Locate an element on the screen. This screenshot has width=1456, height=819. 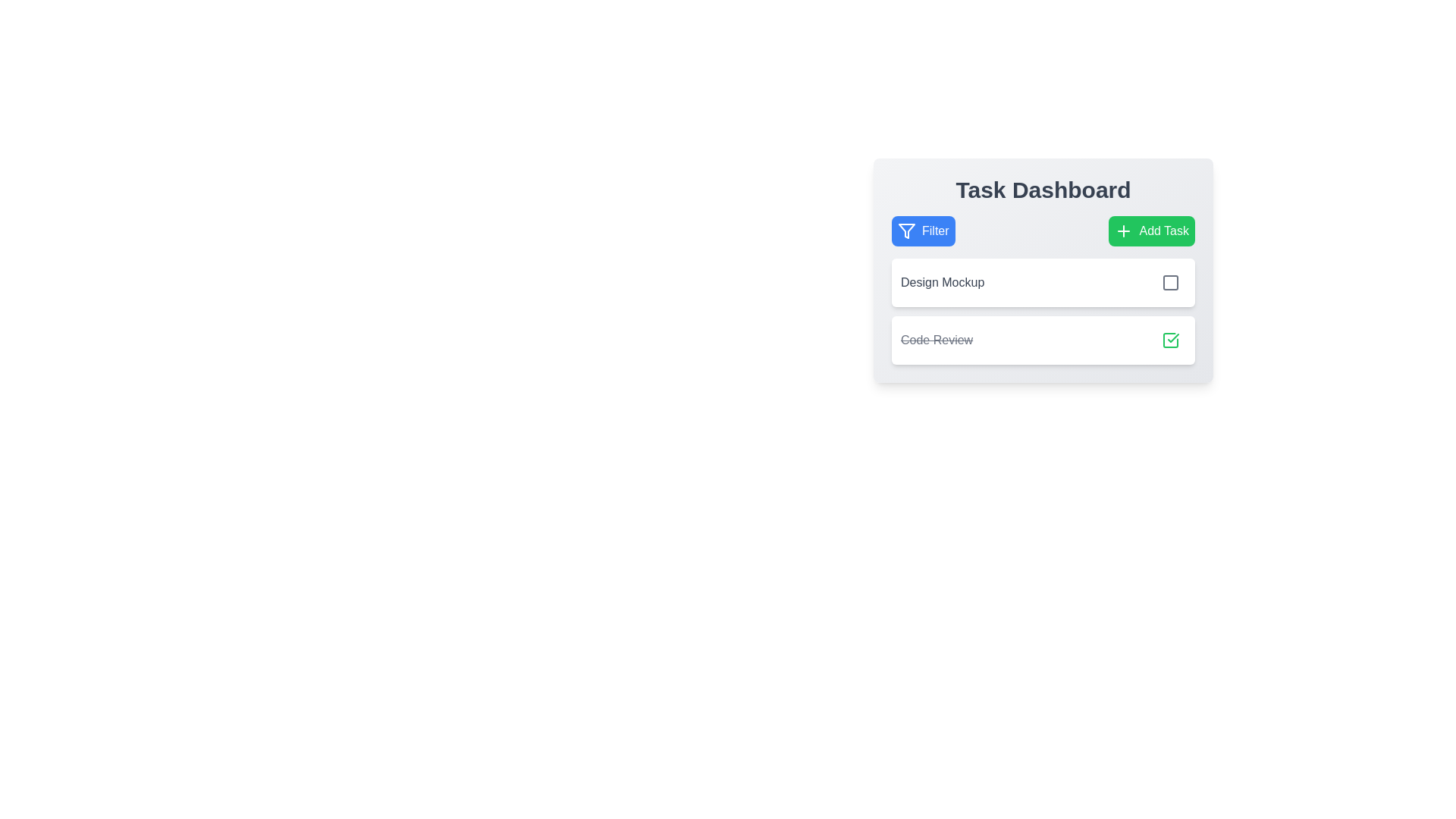
the square icon button with a gray outline located near the right edge of the 'Design Mockup' task row is located at coordinates (1170, 283).